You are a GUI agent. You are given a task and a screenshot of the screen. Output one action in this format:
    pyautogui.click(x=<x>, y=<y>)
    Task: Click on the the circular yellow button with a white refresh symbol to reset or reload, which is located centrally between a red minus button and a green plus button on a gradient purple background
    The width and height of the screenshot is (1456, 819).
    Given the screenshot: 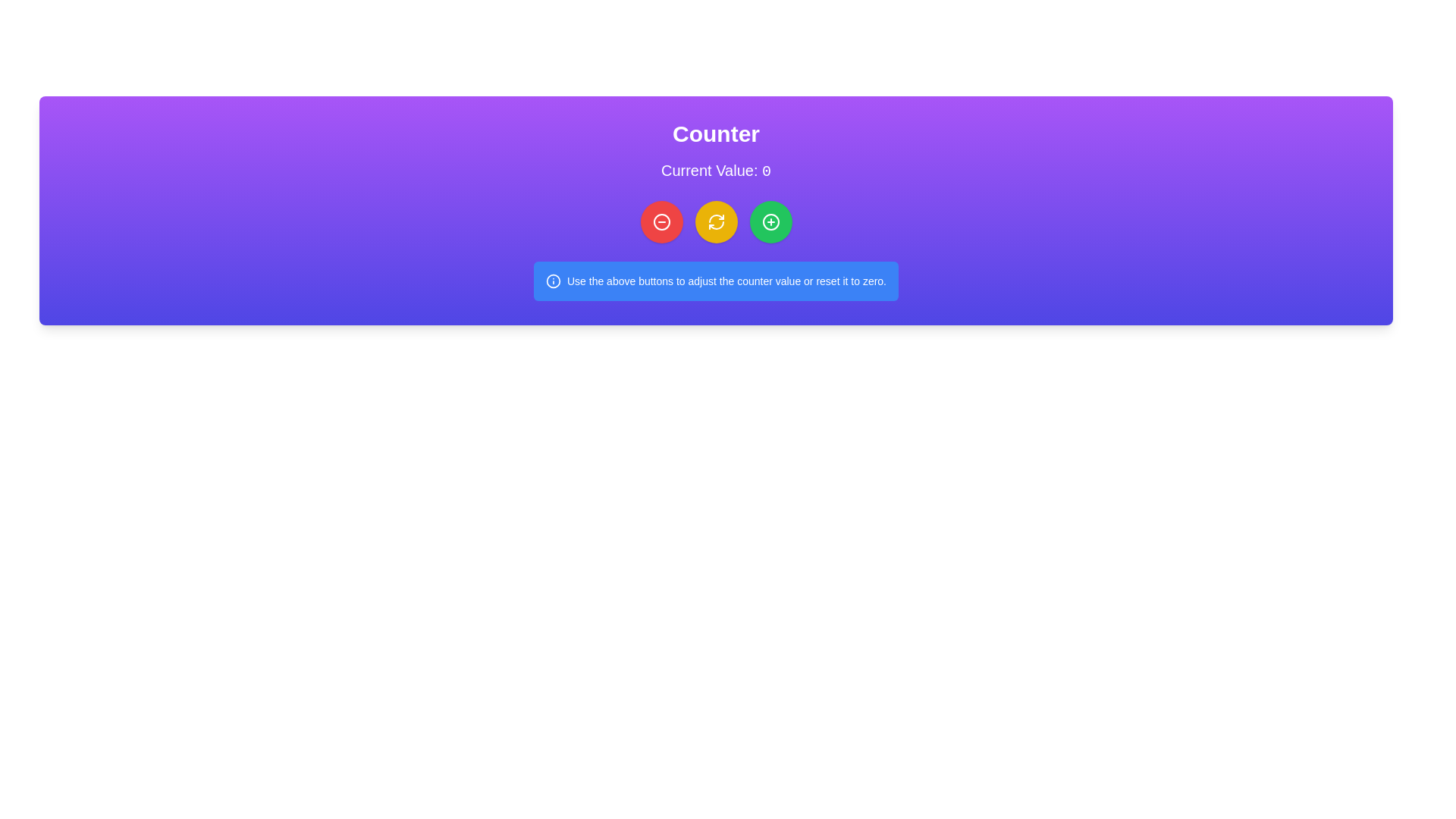 What is the action you would take?
    pyautogui.click(x=715, y=222)
    